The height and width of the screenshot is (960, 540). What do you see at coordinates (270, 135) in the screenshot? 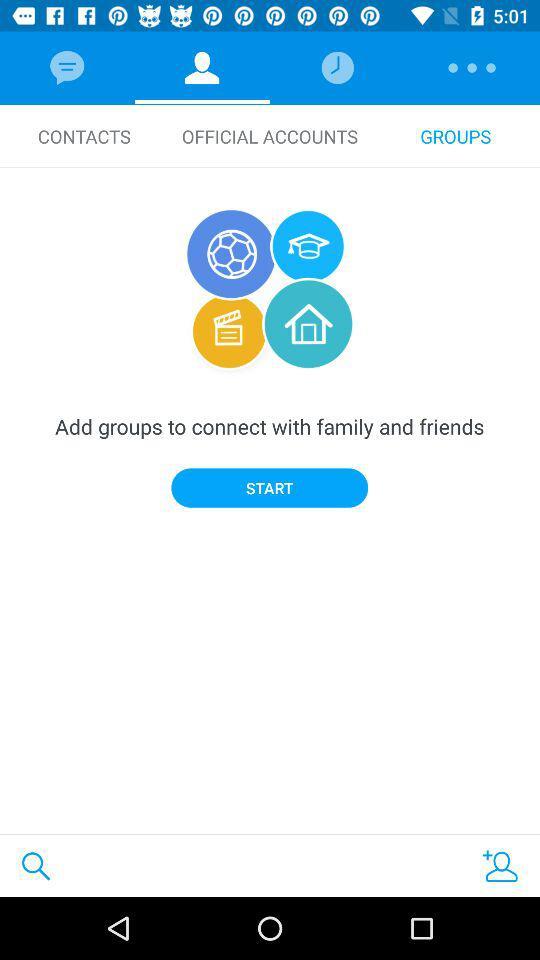
I see `the icon to the right of contacts item` at bounding box center [270, 135].